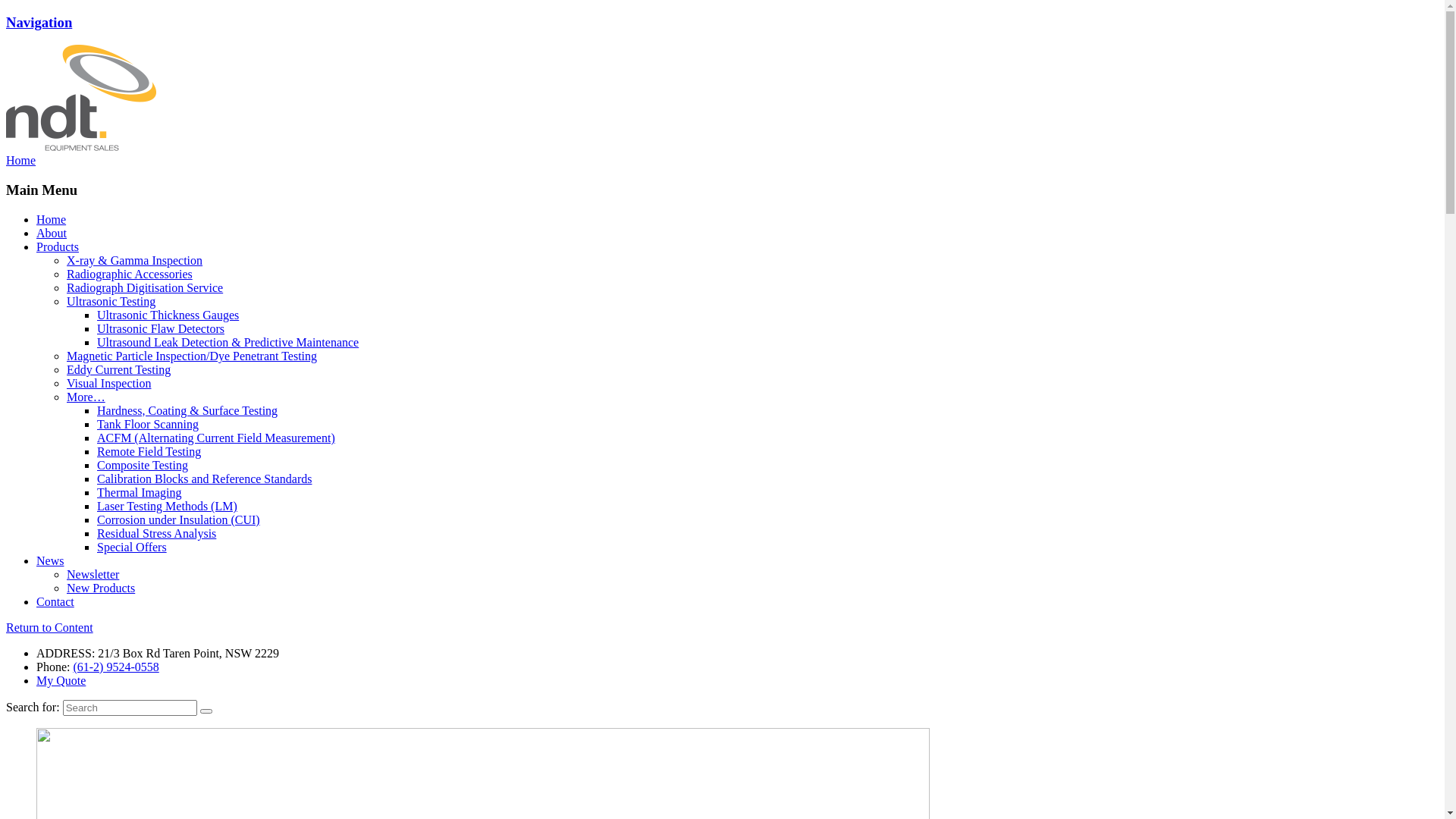 The height and width of the screenshot is (819, 1456). Describe the element at coordinates (130, 274) in the screenshot. I see `'Radiographic Accessories'` at that location.